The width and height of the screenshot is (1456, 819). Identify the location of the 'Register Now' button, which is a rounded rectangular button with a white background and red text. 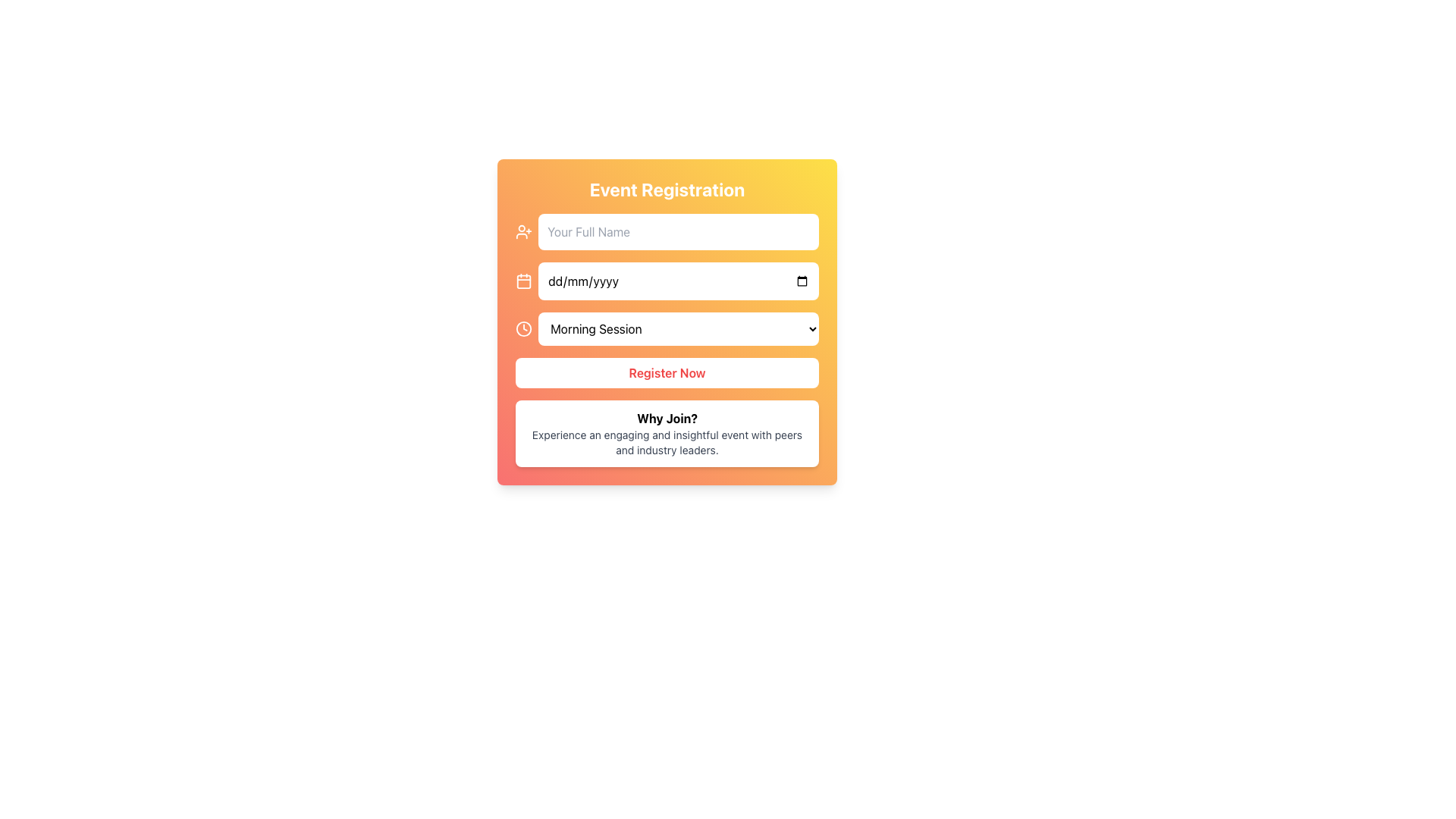
(667, 373).